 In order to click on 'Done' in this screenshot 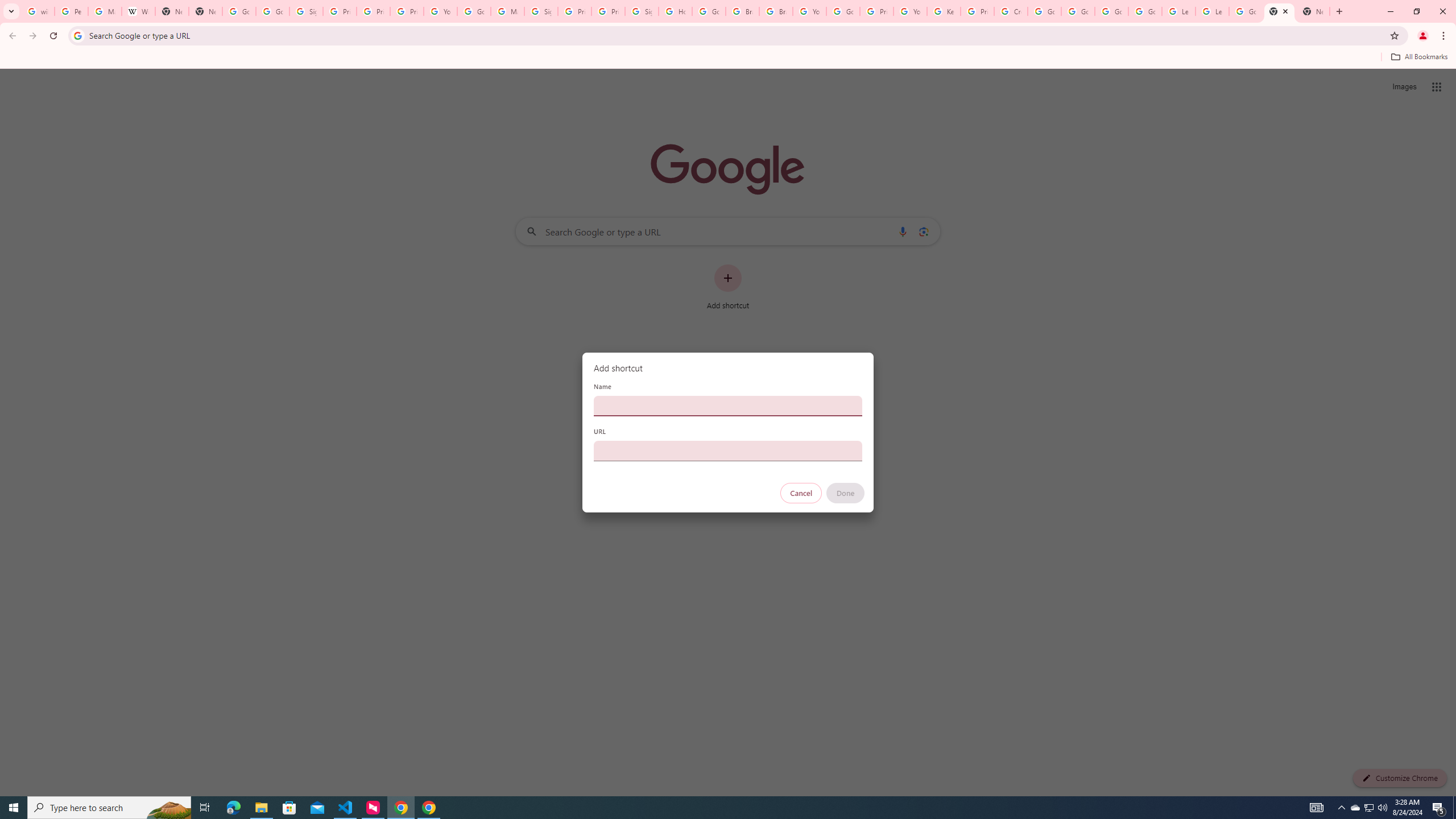, I will do `click(846, 493)`.